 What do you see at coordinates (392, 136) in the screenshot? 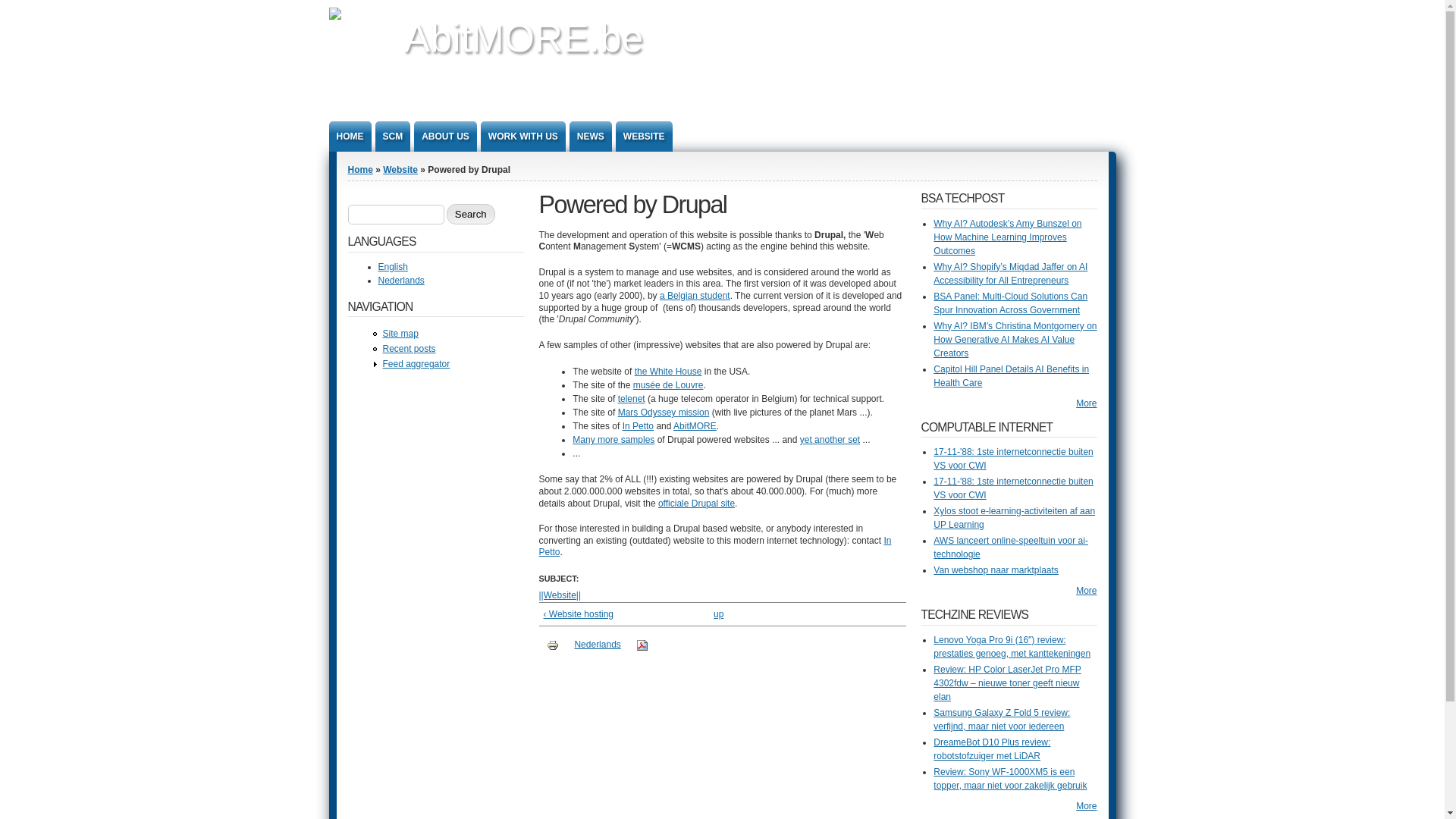
I see `'SCM'` at bounding box center [392, 136].